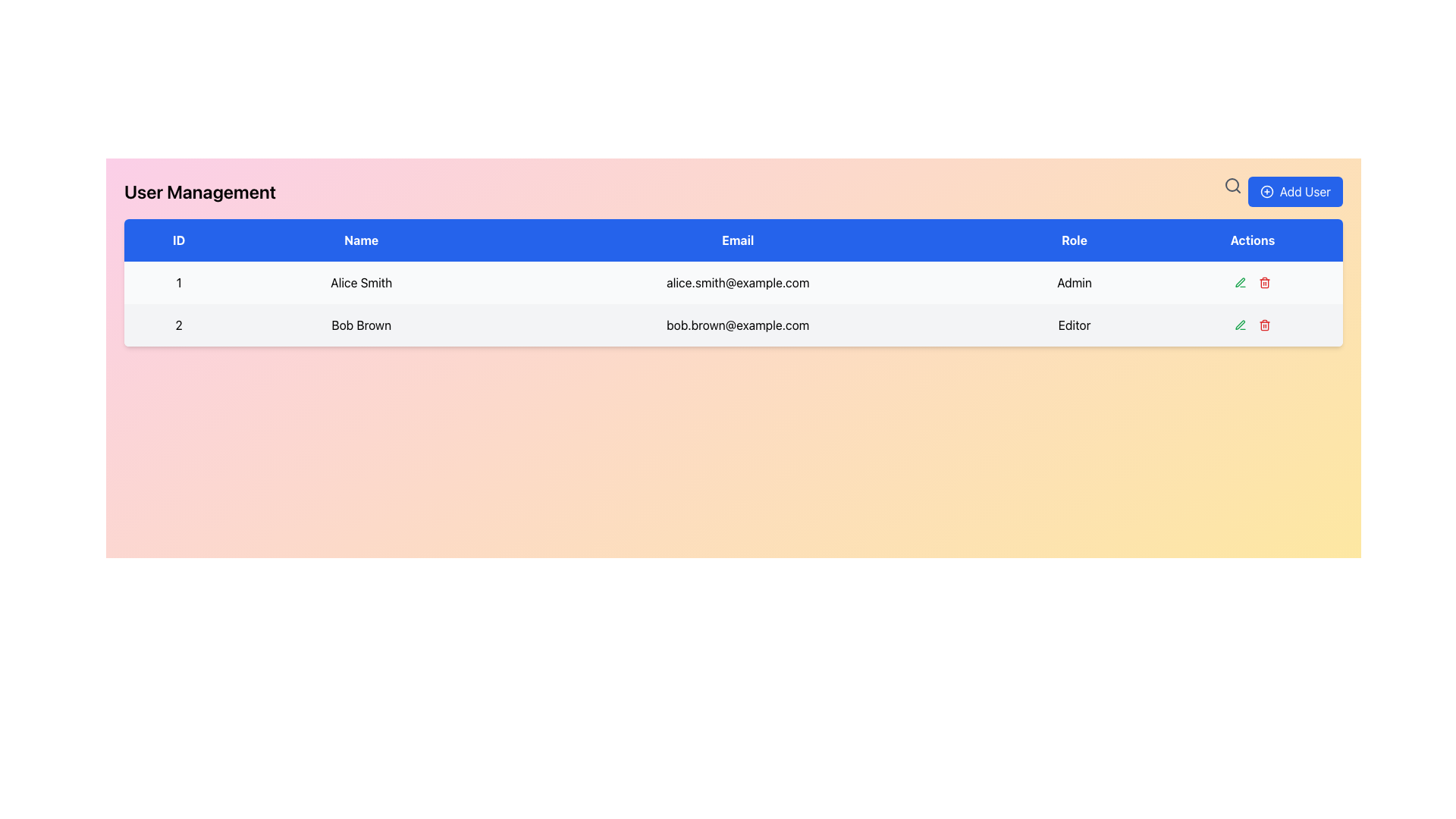 The width and height of the screenshot is (1456, 819). I want to click on the IconButton in the 'Actions' column of the table in the second row for user 'Alice Smith', so click(1240, 324).